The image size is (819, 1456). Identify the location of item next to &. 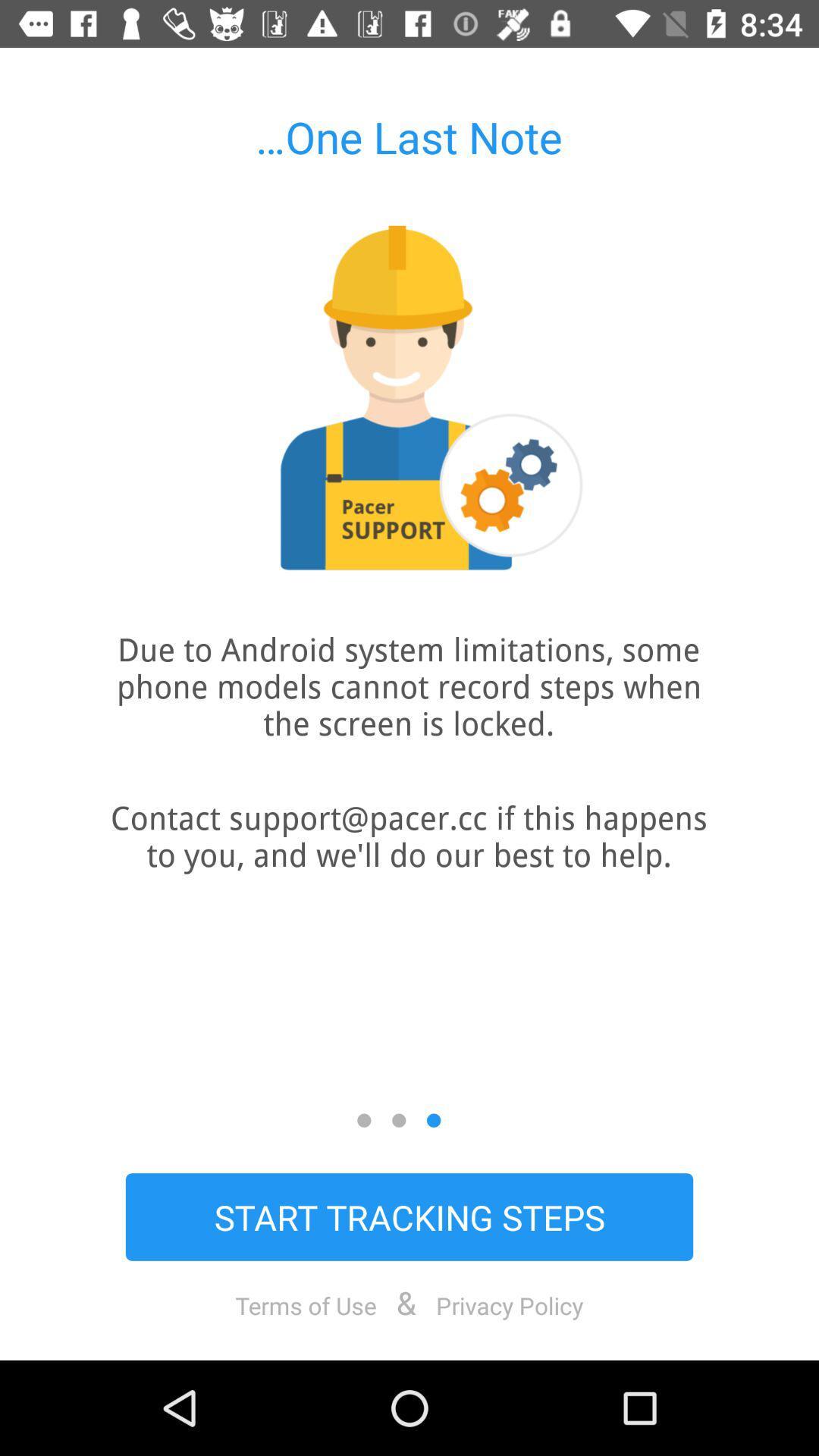
(306, 1304).